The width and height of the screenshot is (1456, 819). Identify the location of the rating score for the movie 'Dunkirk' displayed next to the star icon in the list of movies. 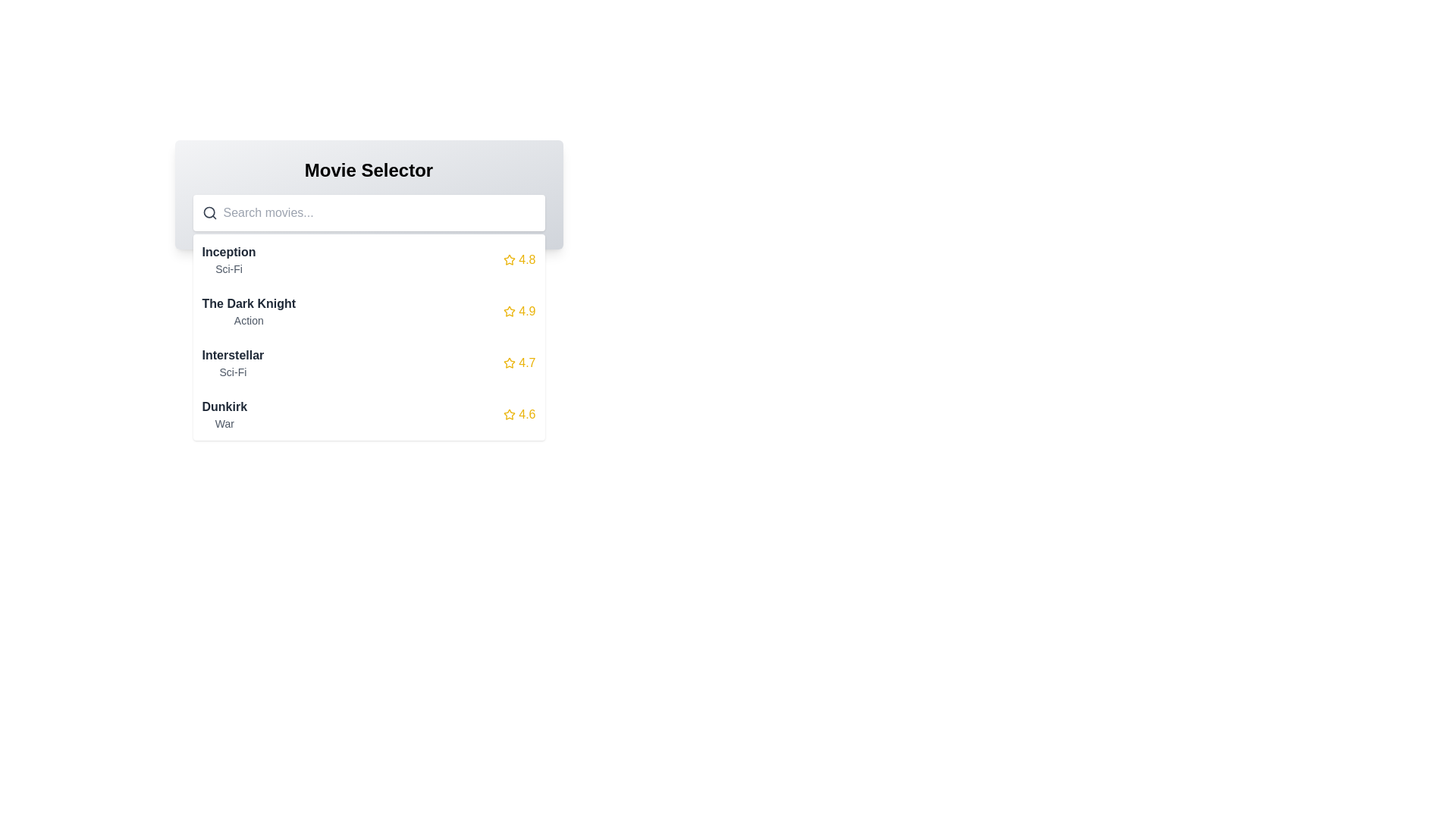
(527, 415).